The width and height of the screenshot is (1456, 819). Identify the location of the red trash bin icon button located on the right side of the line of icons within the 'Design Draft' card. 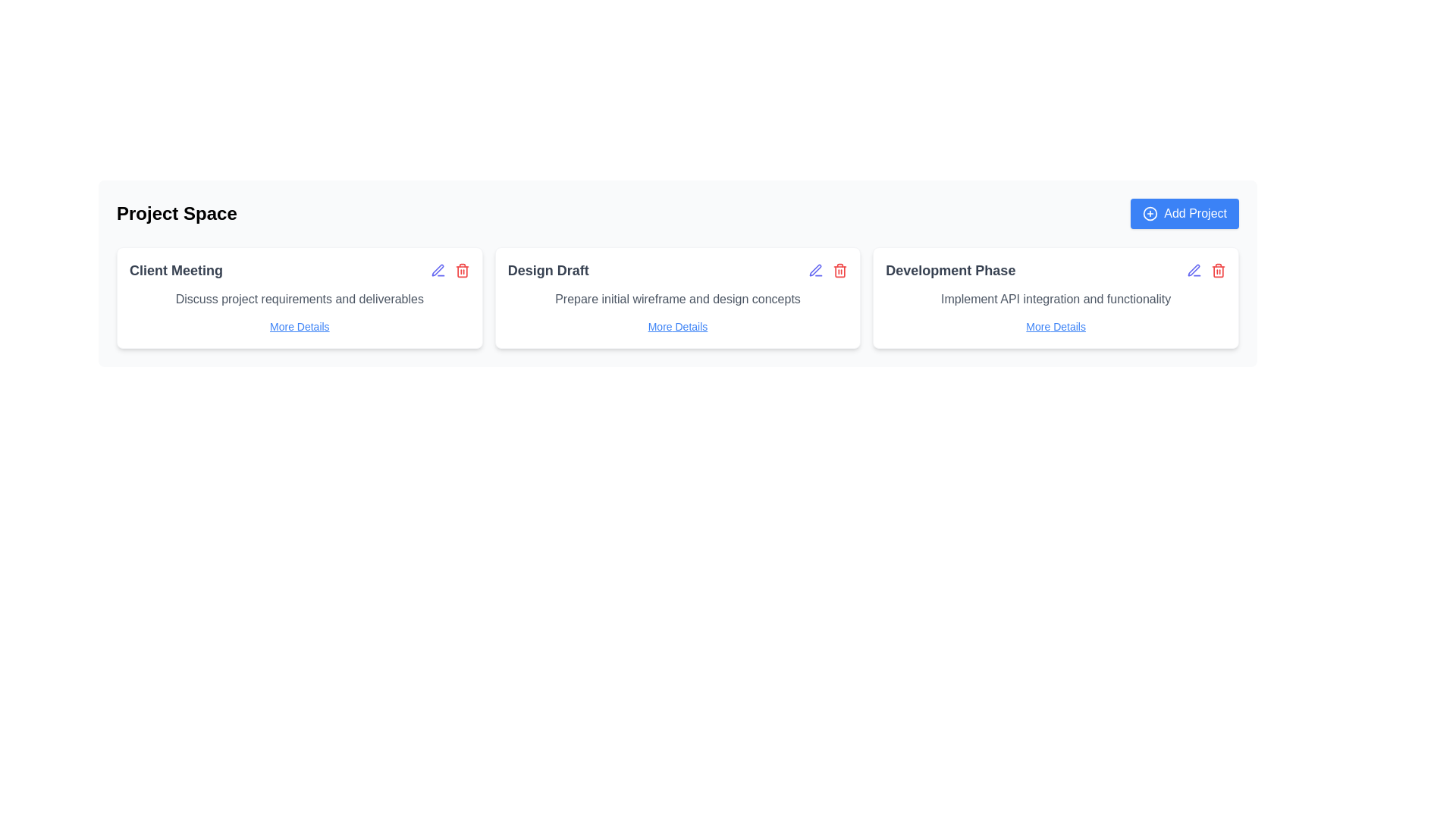
(839, 270).